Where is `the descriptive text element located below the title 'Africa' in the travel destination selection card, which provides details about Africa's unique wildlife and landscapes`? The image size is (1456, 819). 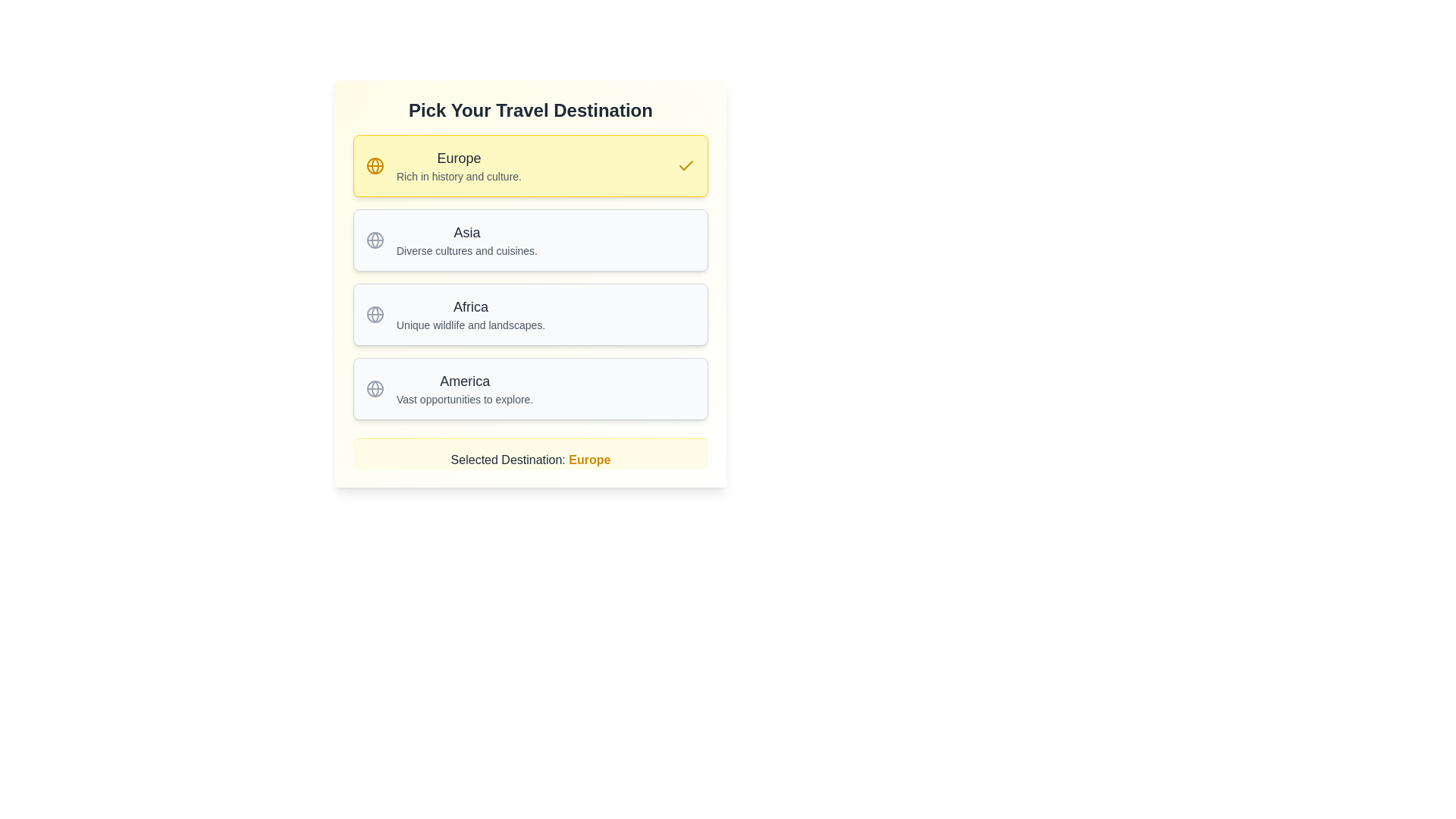 the descriptive text element located below the title 'Africa' in the travel destination selection card, which provides details about Africa's unique wildlife and landscapes is located at coordinates (470, 324).